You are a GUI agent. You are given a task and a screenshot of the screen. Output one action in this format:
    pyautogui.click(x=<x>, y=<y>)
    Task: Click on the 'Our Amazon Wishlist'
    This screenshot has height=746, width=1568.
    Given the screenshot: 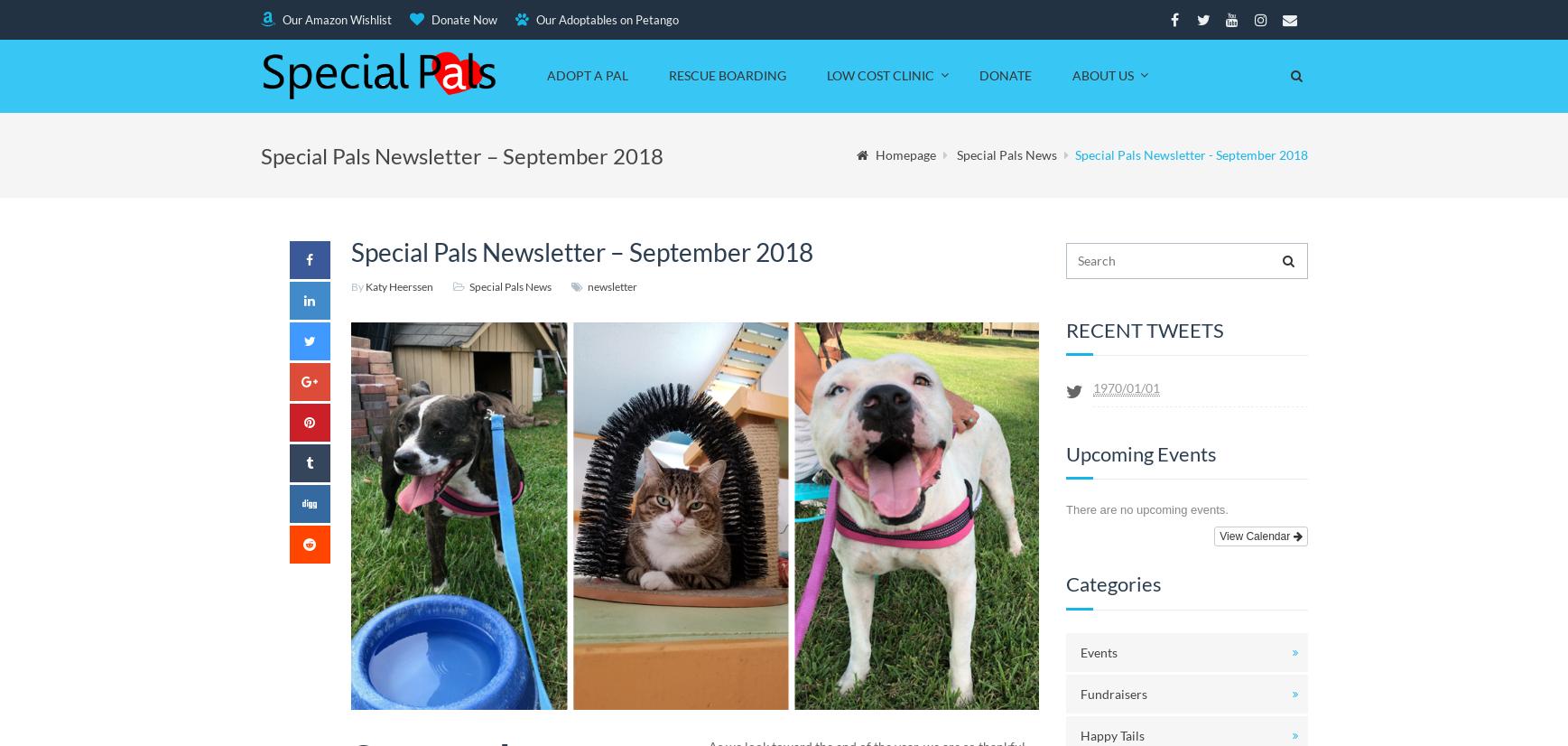 What is the action you would take?
    pyautogui.click(x=334, y=19)
    